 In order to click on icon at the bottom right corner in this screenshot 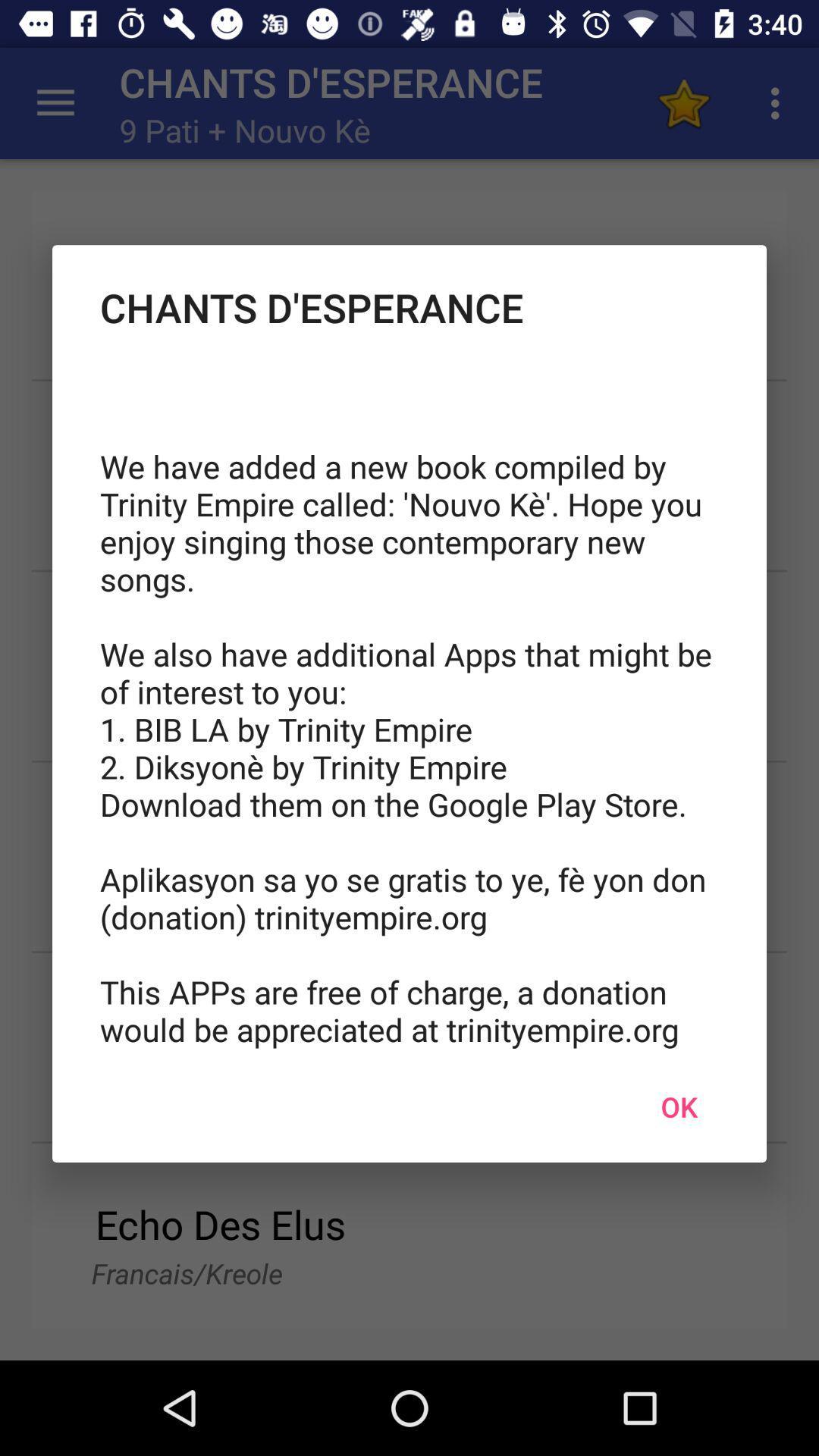, I will do `click(678, 1106)`.